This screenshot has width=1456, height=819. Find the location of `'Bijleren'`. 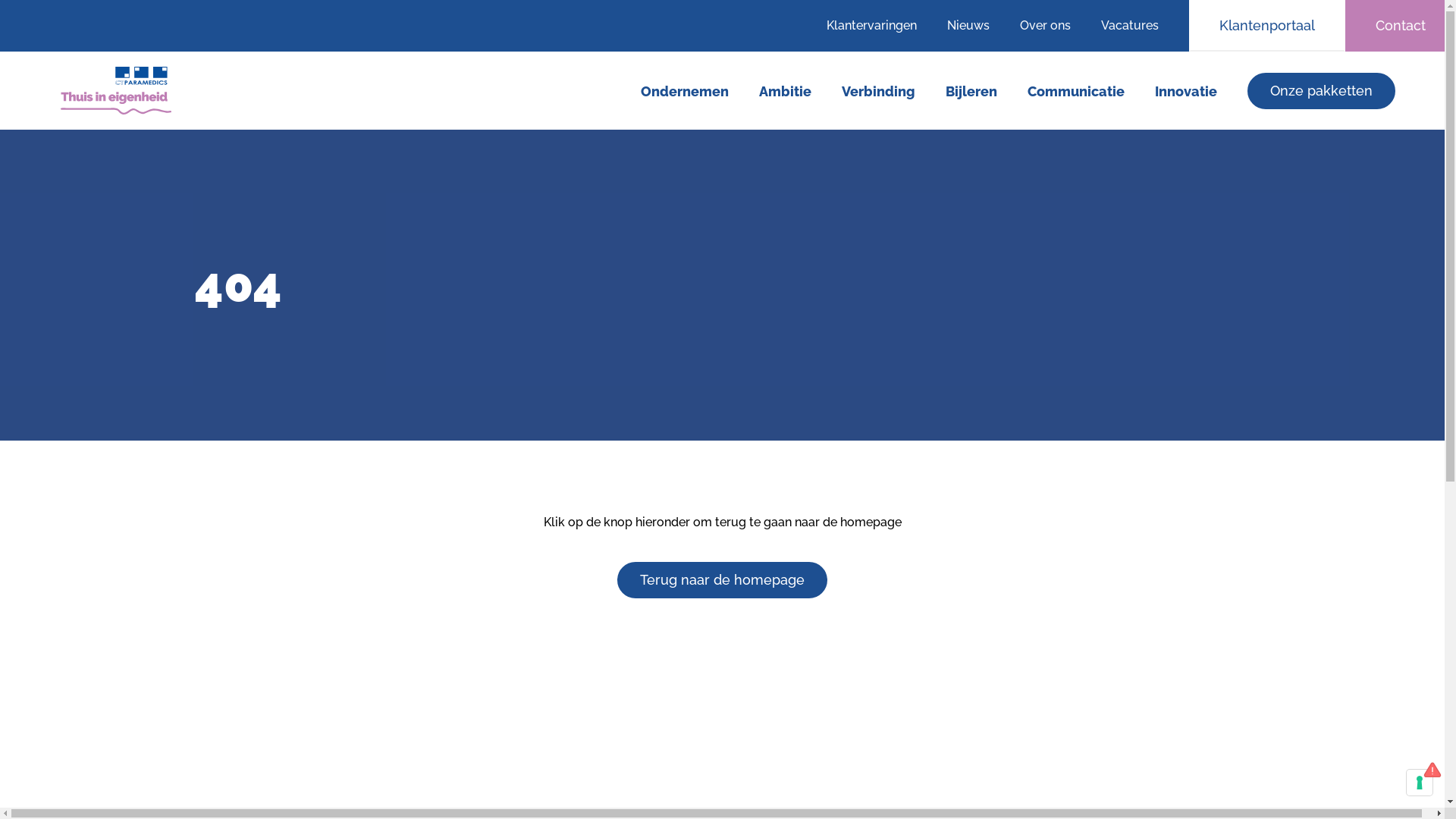

'Bijleren' is located at coordinates (971, 91).